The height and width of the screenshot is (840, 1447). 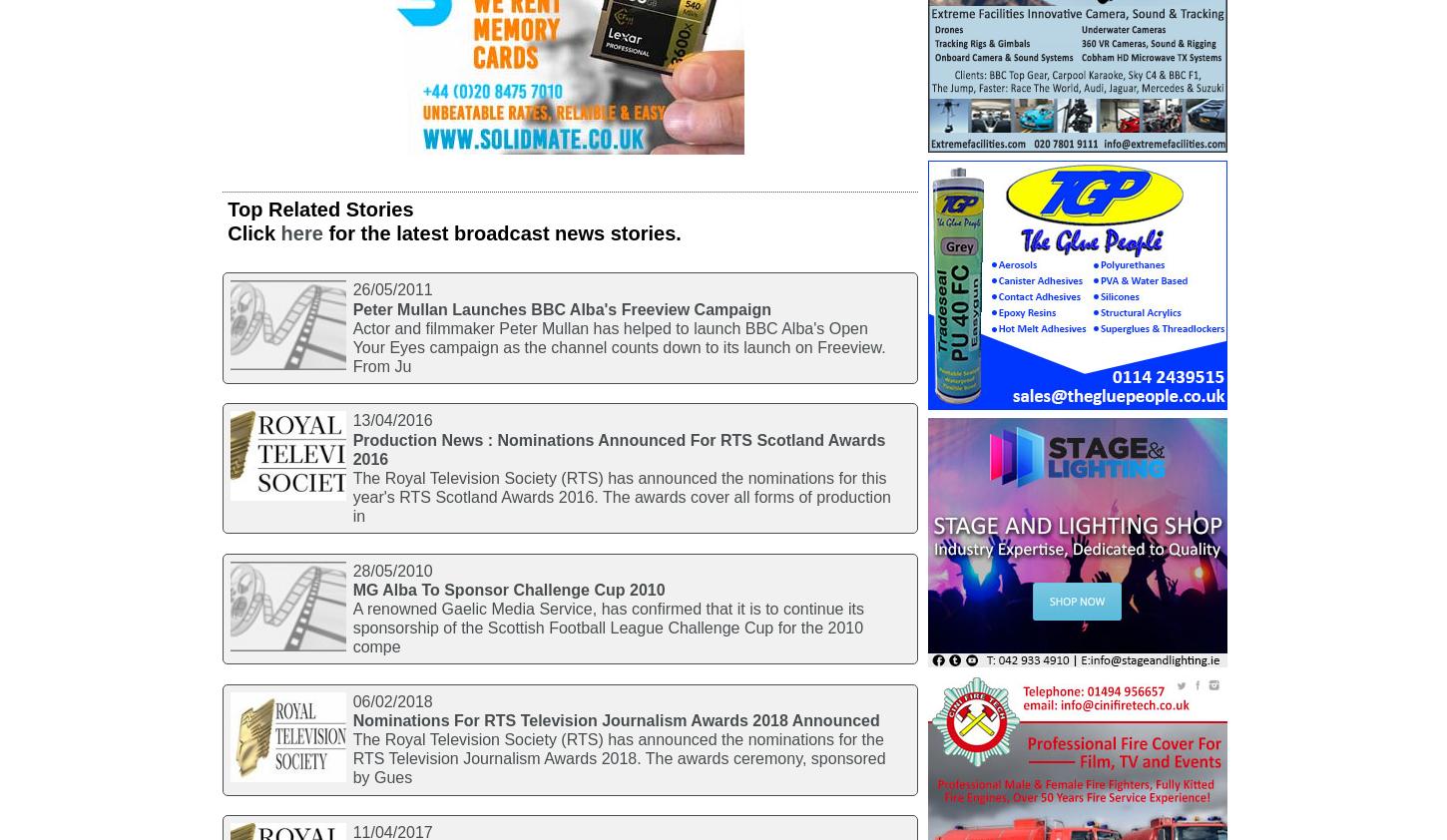 I want to click on '26/05/2011', so click(x=390, y=289).